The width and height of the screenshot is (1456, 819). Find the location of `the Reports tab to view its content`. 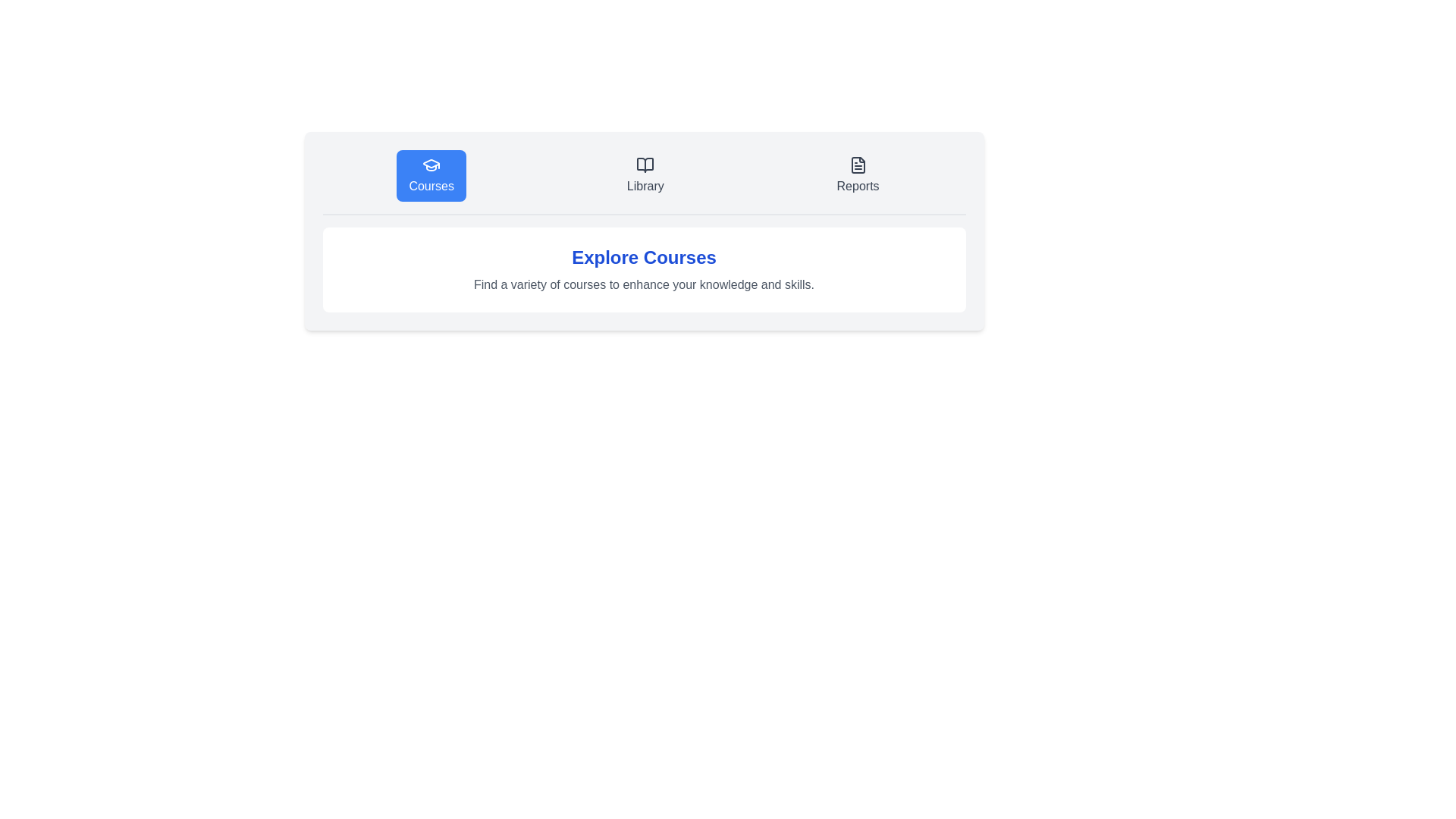

the Reports tab to view its content is located at coordinates (858, 174).